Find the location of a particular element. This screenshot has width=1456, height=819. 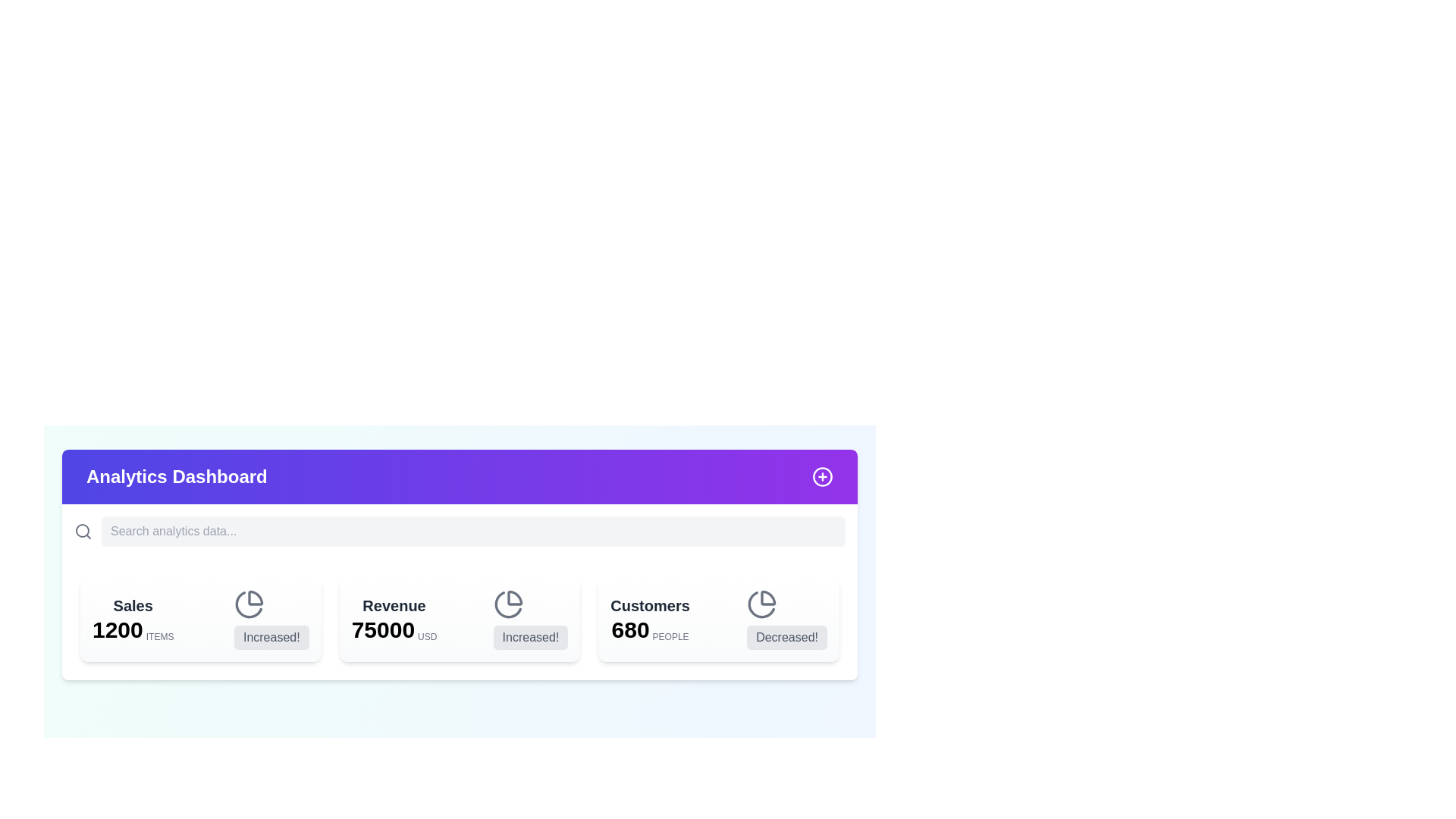

text label displaying 'Increased!' in a light gray background on the dashboard card titled 'Sales' is located at coordinates (271, 637).